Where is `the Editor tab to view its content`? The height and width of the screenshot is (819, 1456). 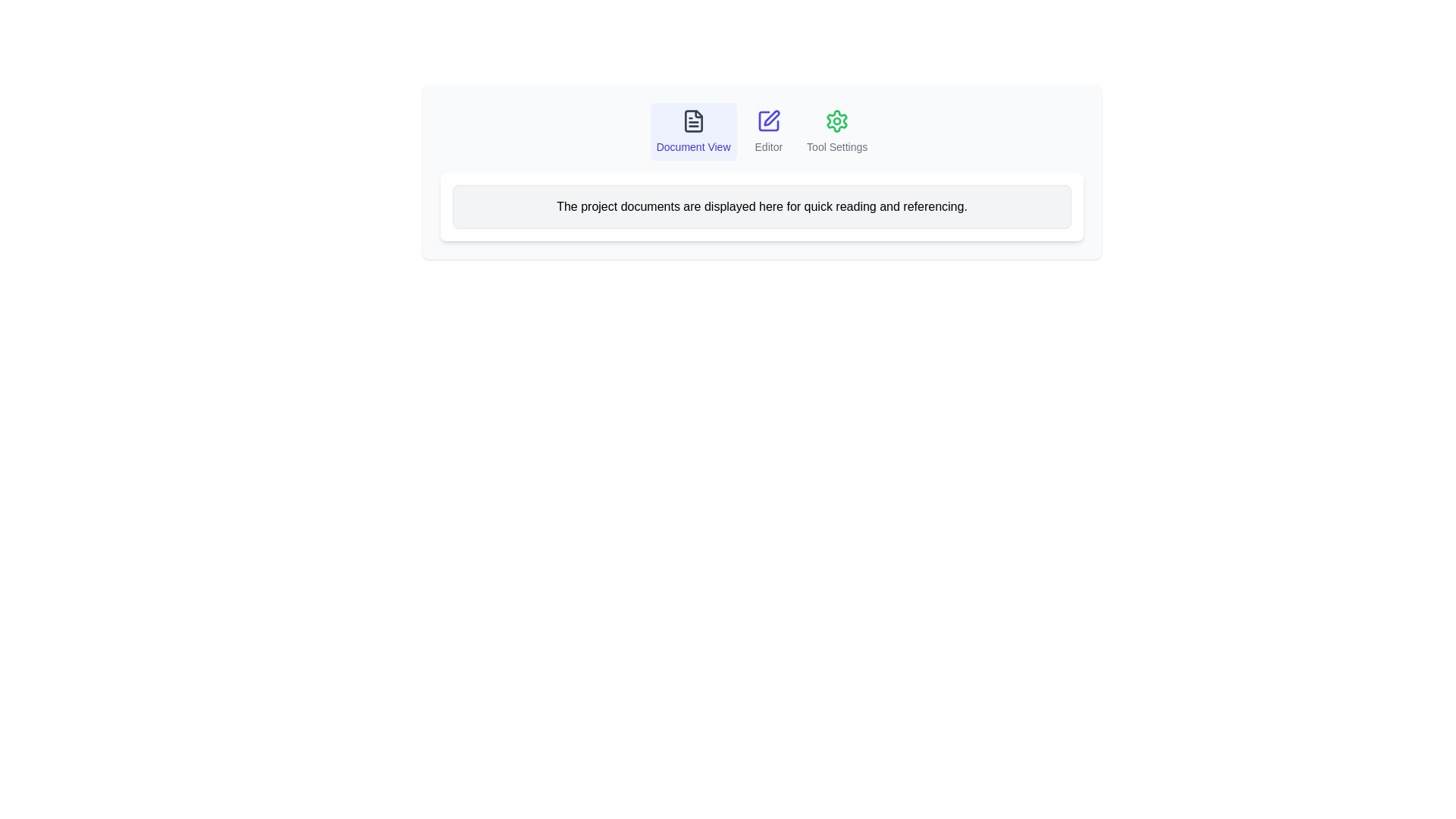 the Editor tab to view its content is located at coordinates (767, 130).